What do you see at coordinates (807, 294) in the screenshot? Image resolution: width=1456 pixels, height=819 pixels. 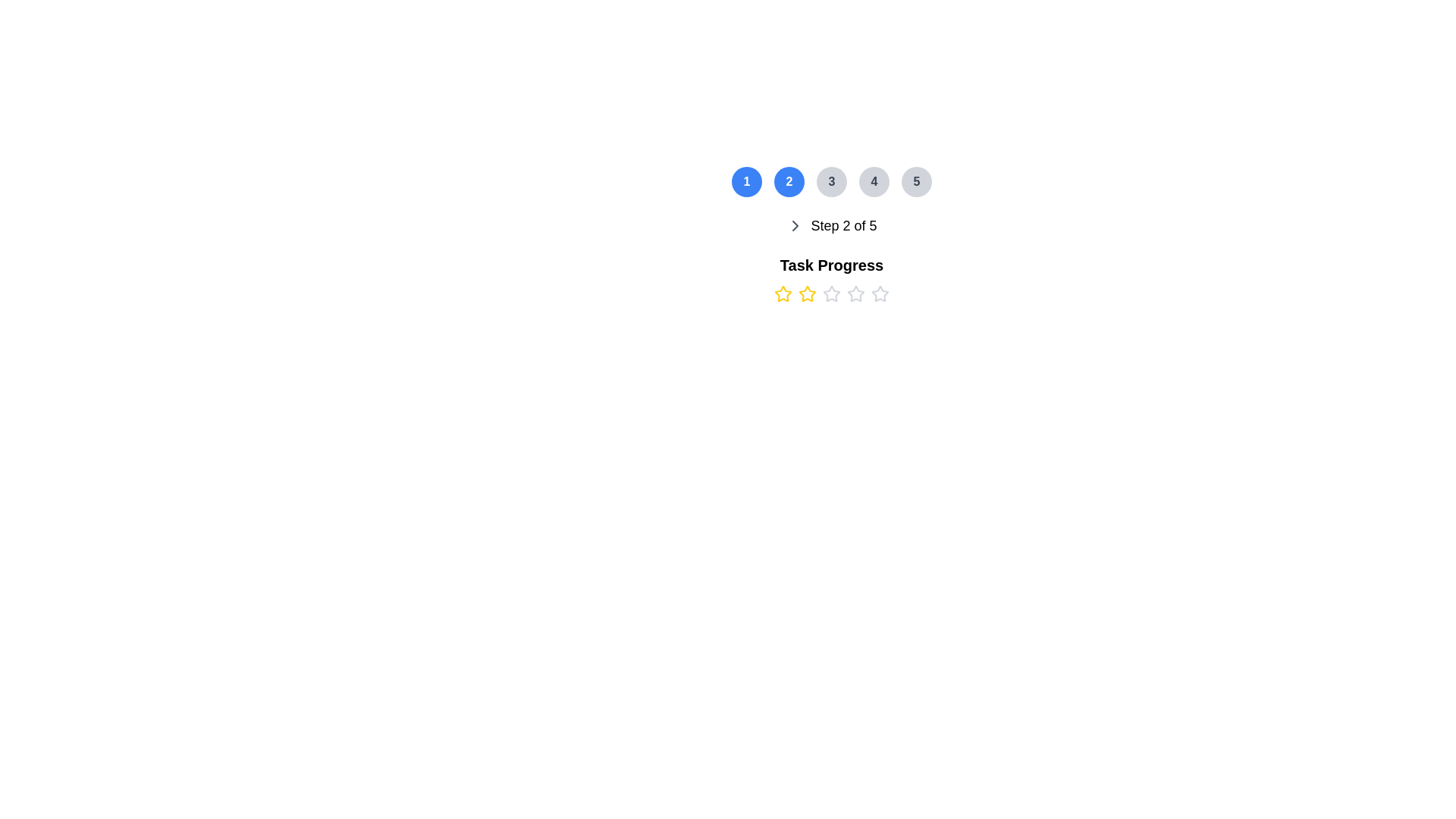 I see `the second star-shaped icon in the five-star rating control below the 'Task Progress' label to increase the rating` at bounding box center [807, 294].